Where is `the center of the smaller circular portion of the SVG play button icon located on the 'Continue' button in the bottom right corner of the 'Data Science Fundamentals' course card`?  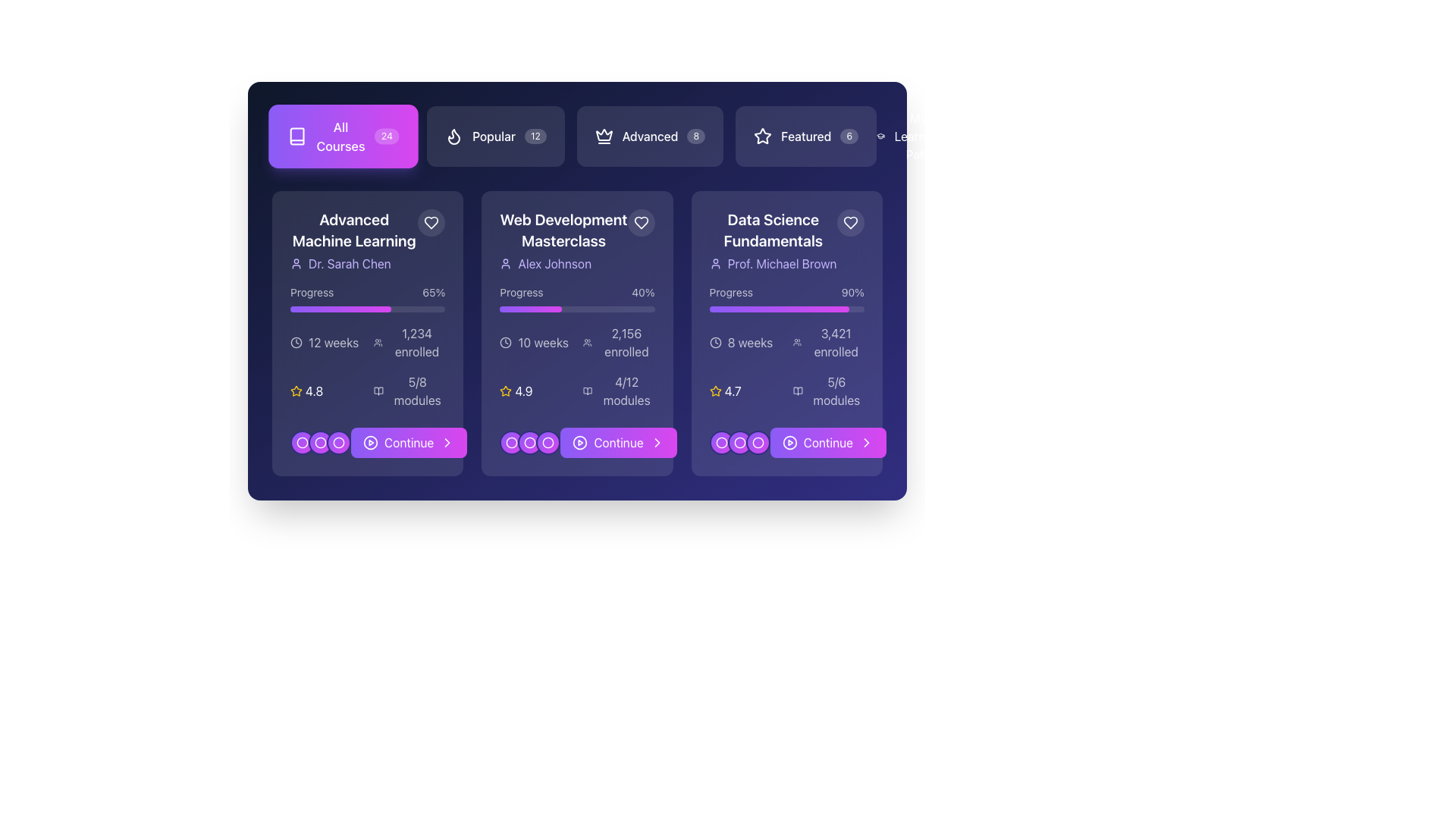 the center of the smaller circular portion of the SVG play button icon located on the 'Continue' button in the bottom right corner of the 'Data Science Fundamentals' course card is located at coordinates (789, 442).